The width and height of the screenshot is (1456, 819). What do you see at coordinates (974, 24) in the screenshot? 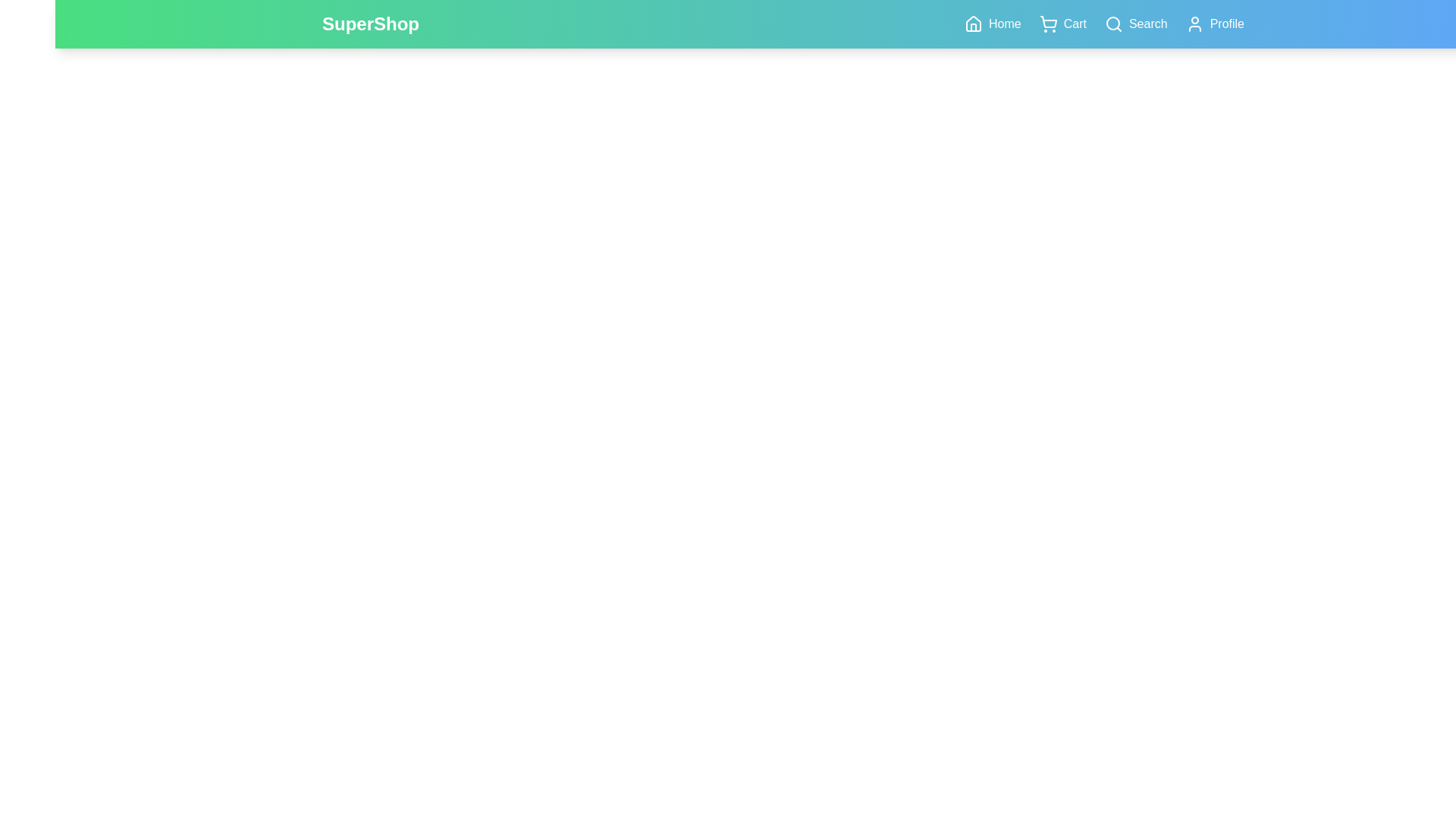
I see `the outer frame of the house icon in the navigation bar` at bounding box center [974, 24].